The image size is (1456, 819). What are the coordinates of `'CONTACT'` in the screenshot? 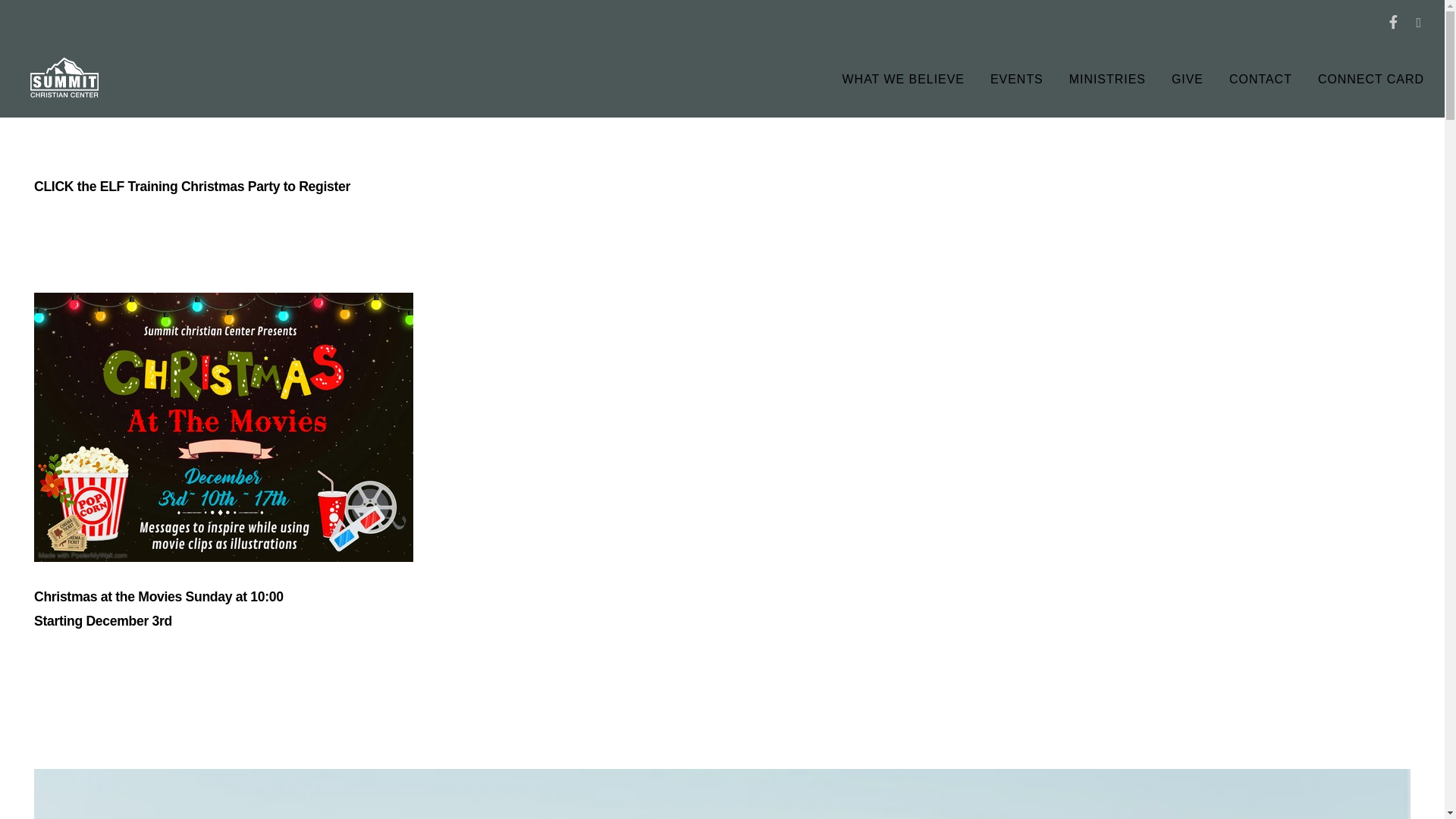 It's located at (1260, 79).